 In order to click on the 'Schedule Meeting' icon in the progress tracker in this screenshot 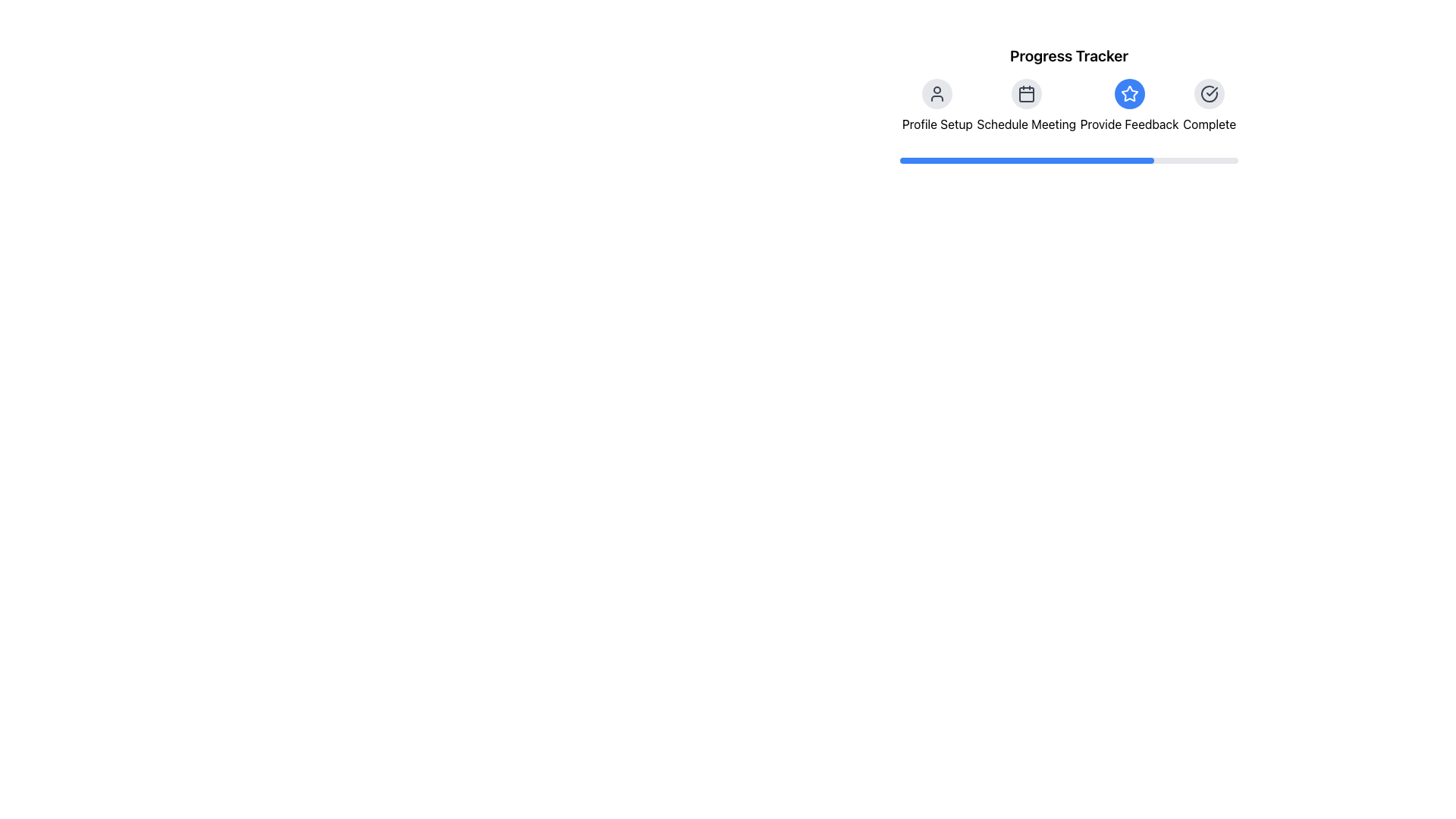, I will do `click(1026, 93)`.